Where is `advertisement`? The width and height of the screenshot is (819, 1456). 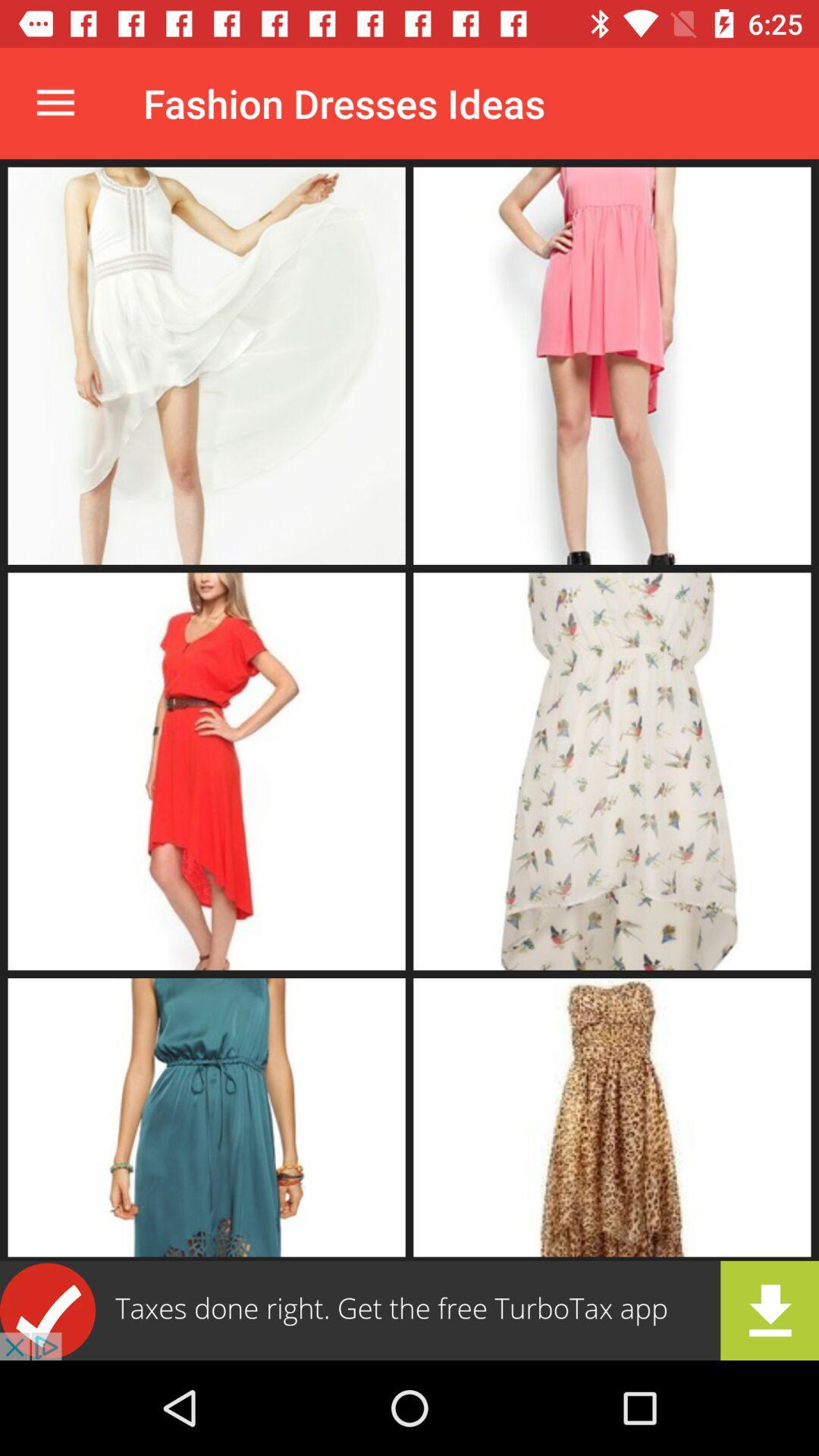
advertisement is located at coordinates (409, 1310).